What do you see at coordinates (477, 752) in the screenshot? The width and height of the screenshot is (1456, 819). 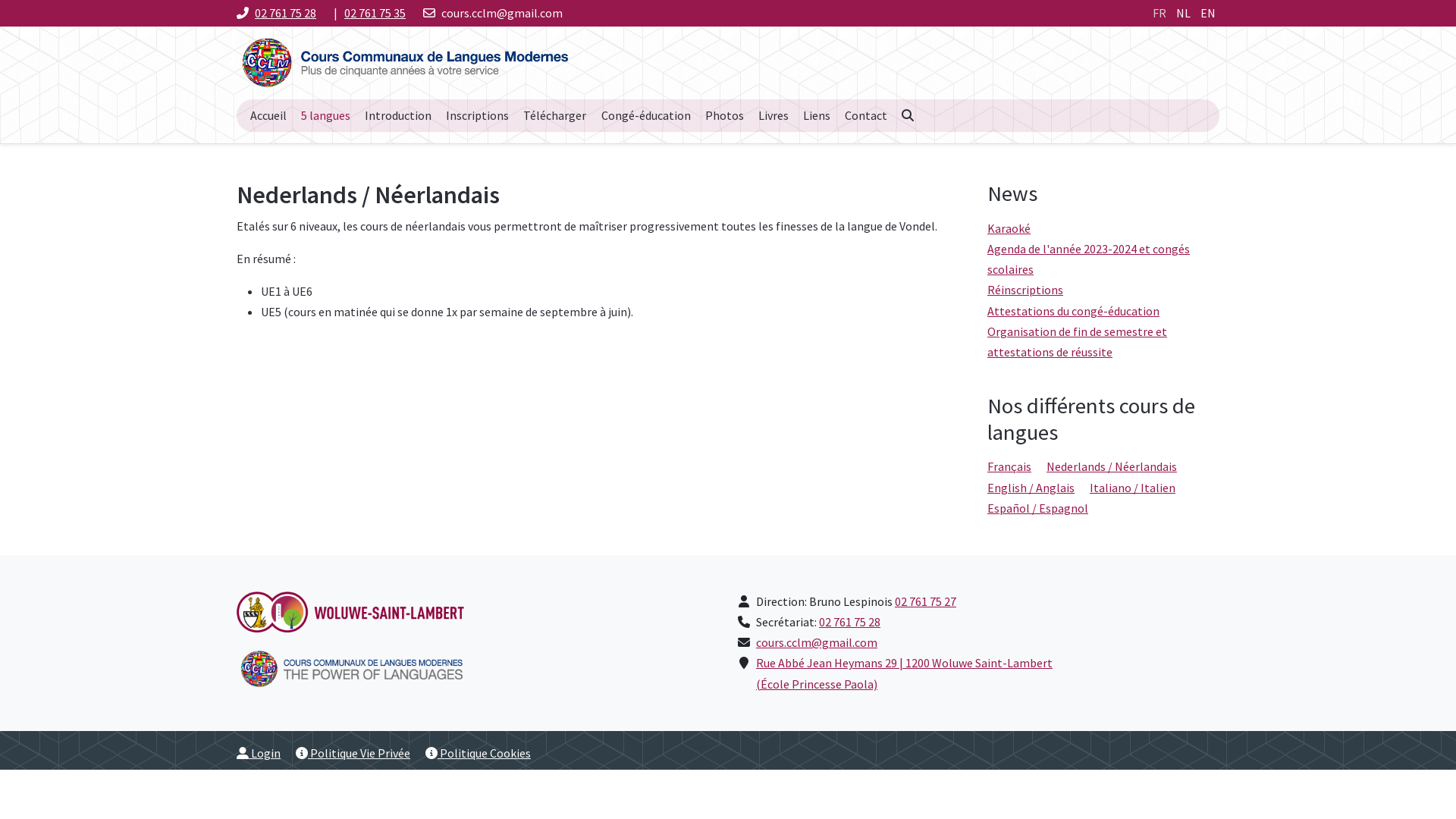 I see `'Politique Cookies'` at bounding box center [477, 752].